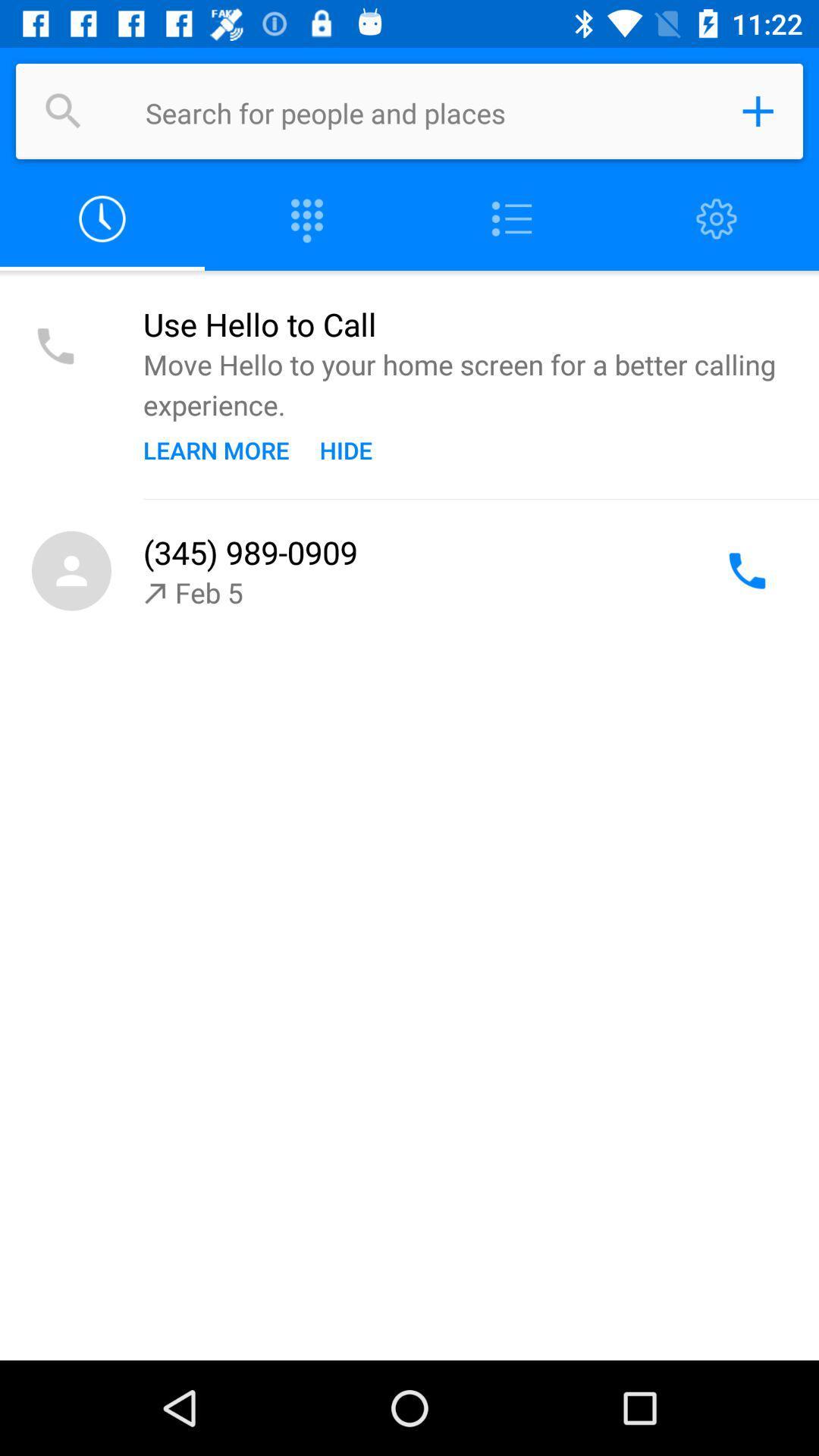  I want to click on search option, so click(63, 111).